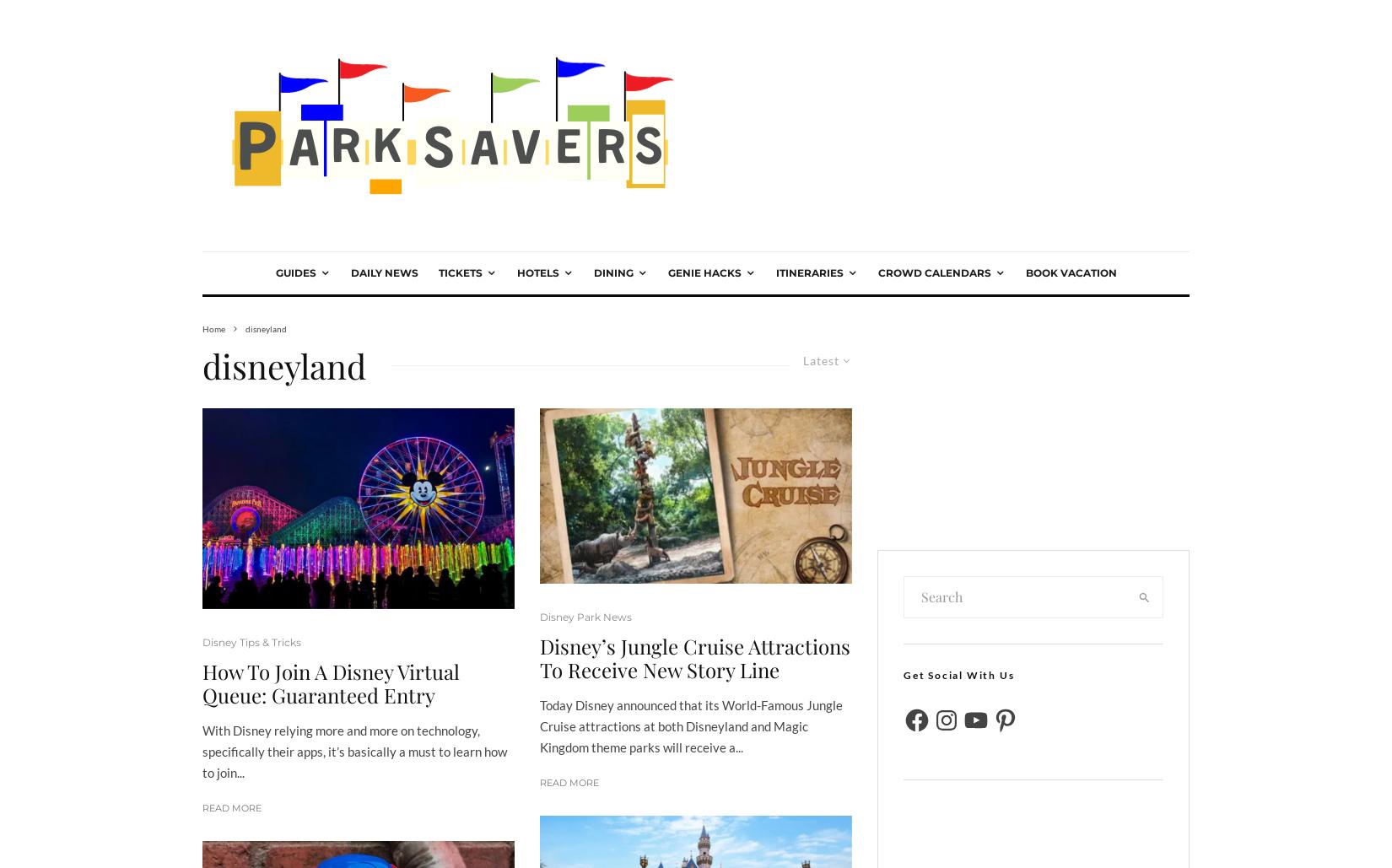 The height and width of the screenshot is (868, 1392). What do you see at coordinates (213, 326) in the screenshot?
I see `'Home'` at bounding box center [213, 326].